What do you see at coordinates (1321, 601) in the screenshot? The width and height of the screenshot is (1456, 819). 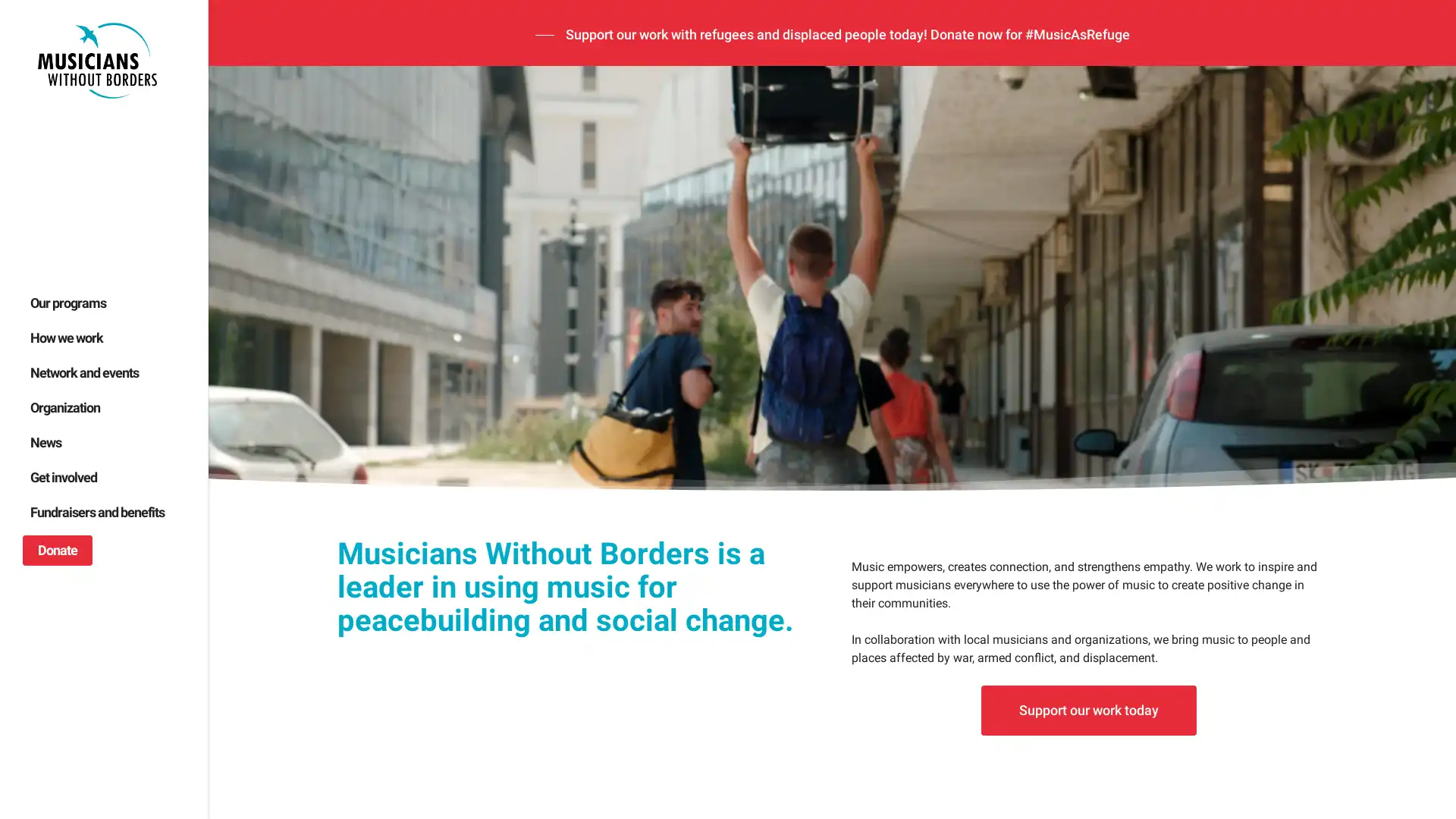 I see `mute` at bounding box center [1321, 601].